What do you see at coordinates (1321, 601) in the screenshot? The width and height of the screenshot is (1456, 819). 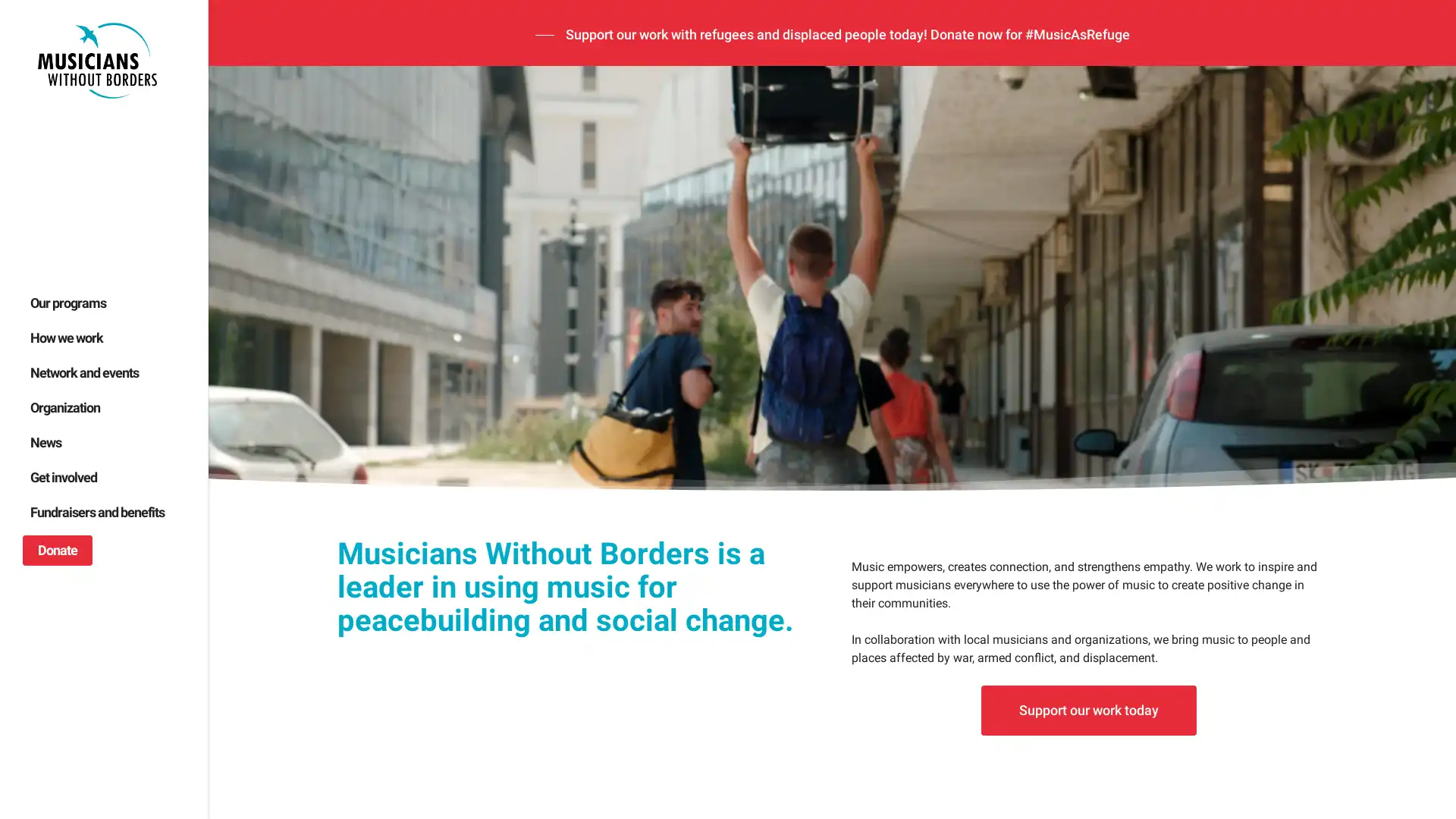 I see `mute` at bounding box center [1321, 601].